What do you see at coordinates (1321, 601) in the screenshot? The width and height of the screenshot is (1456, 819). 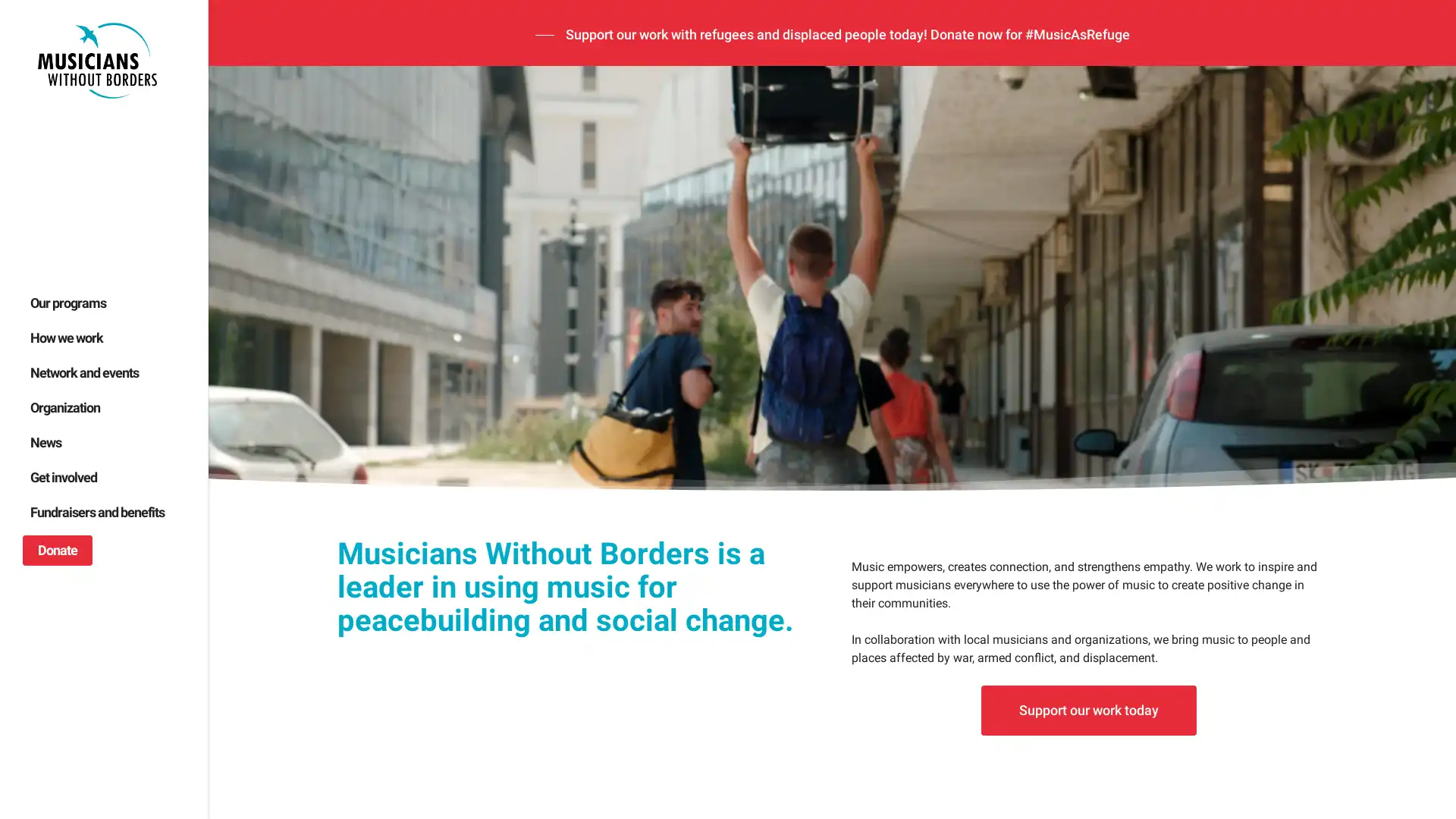 I see `mute` at bounding box center [1321, 601].